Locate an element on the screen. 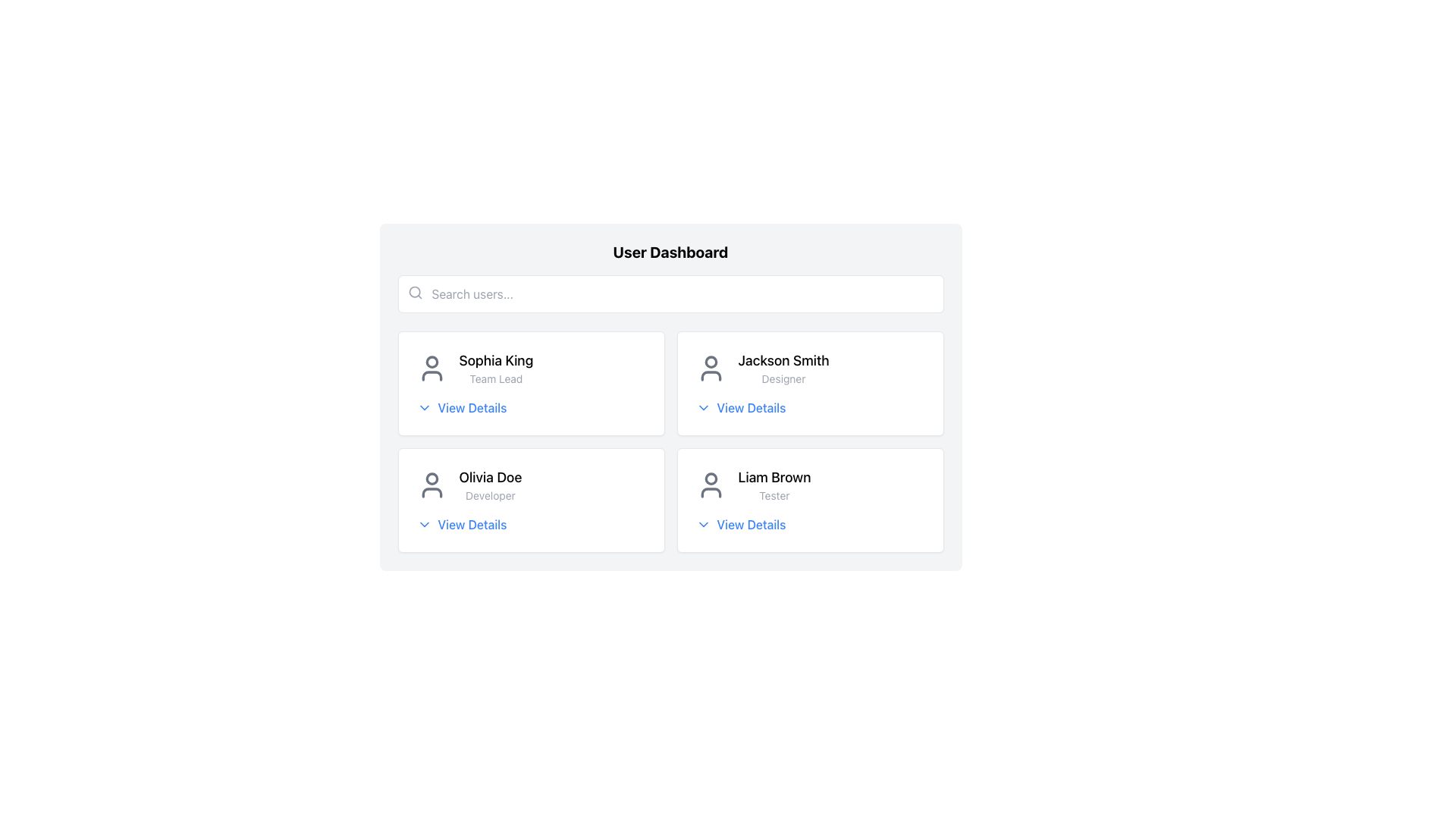 This screenshot has width=1456, height=819. the 'View Details' text-based link button located below 'Sophia King Team Lead' in the user information card is located at coordinates (461, 406).